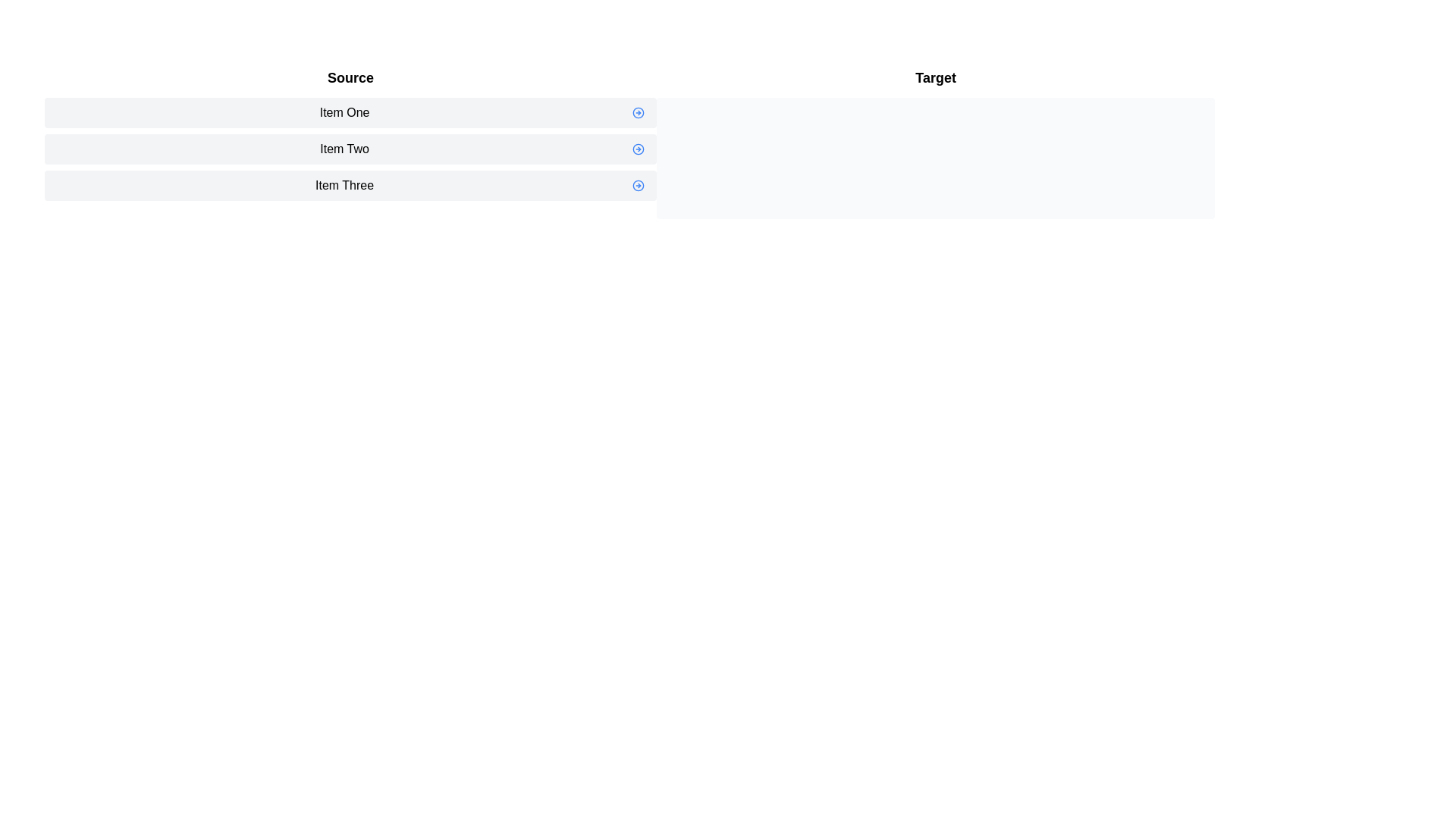  Describe the element at coordinates (639, 149) in the screenshot. I see `the decorative vector graphic circle within the SVG that is positioned next to the text 'Item Two'` at that location.